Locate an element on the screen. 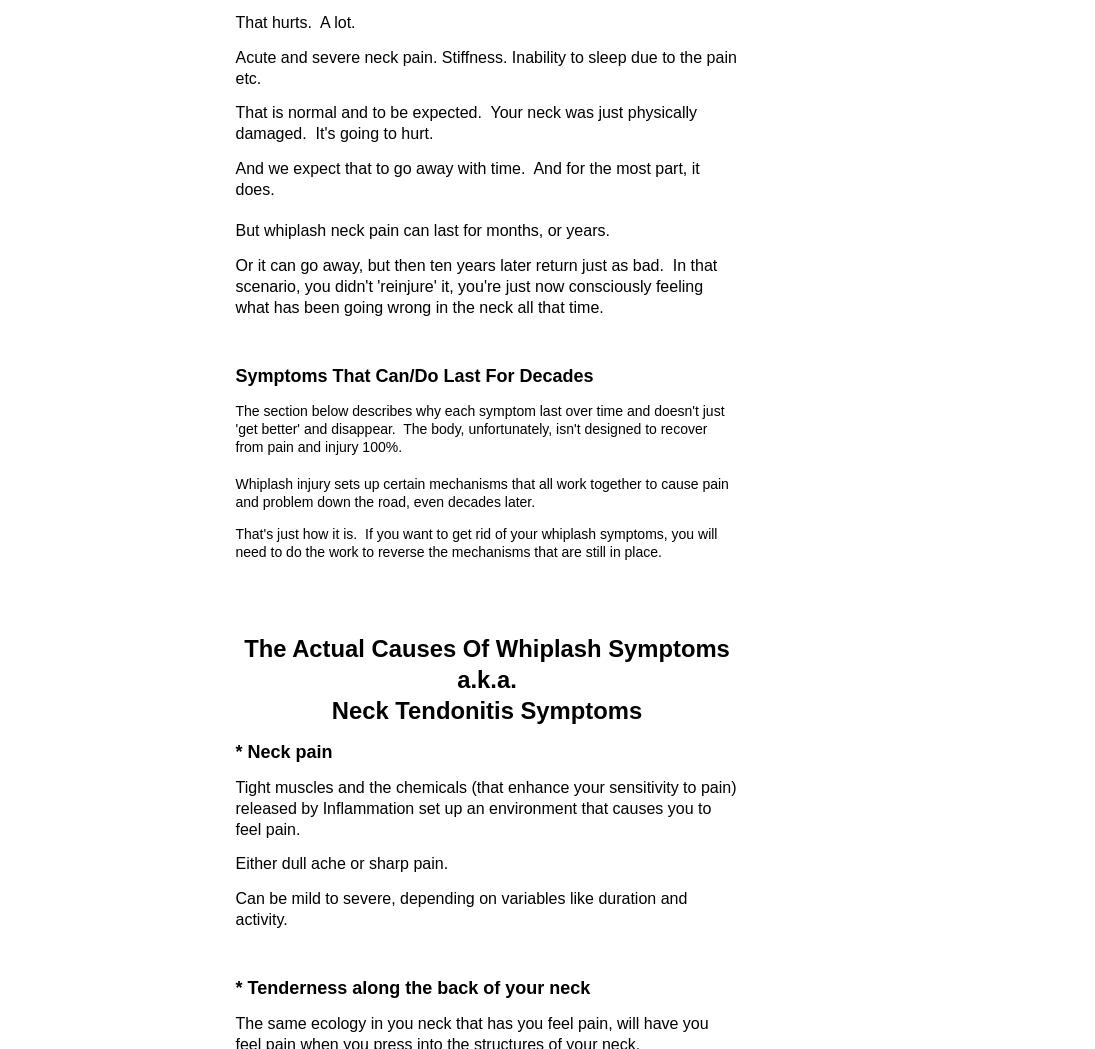 Image resolution: width=1095 pixels, height=1049 pixels. 'Neck Tendonitis Symptoms' is located at coordinates (331, 709).